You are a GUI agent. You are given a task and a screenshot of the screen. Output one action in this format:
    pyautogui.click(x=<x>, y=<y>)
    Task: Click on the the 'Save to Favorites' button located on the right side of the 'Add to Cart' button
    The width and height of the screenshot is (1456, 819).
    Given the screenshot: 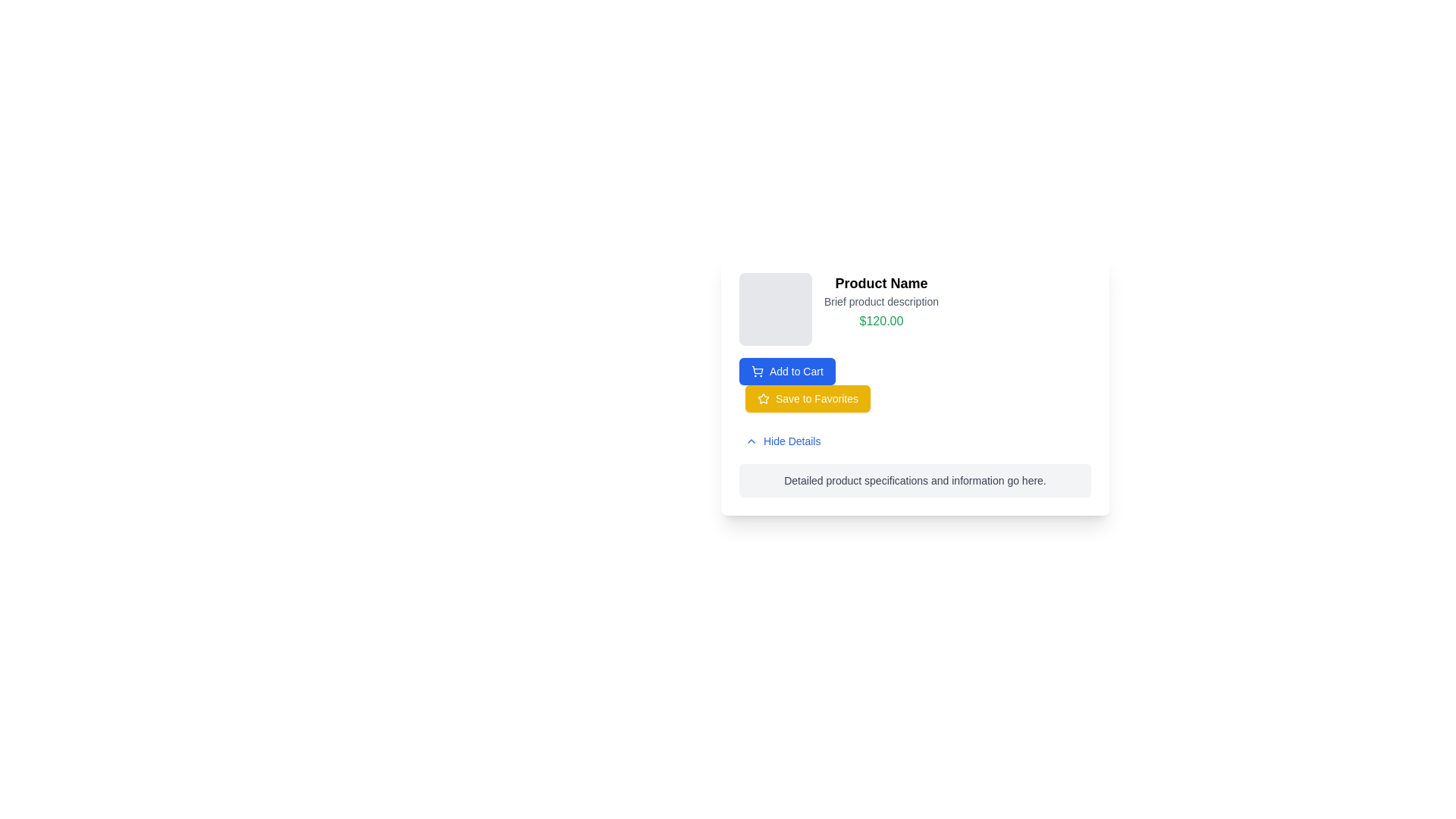 What is the action you would take?
    pyautogui.click(x=807, y=397)
    